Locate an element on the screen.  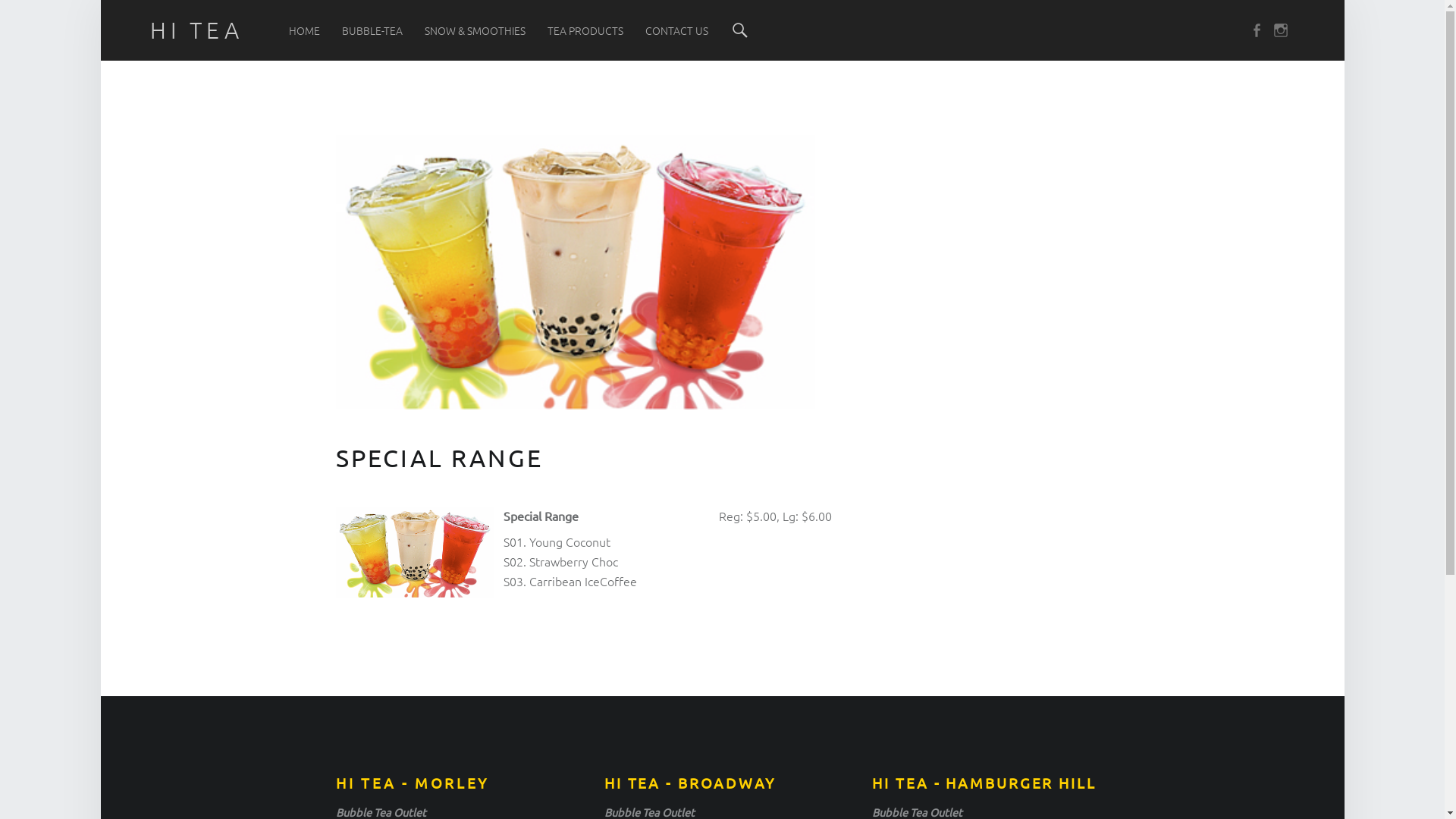
'SNOW & SMOOTHIES' is located at coordinates (474, 30).